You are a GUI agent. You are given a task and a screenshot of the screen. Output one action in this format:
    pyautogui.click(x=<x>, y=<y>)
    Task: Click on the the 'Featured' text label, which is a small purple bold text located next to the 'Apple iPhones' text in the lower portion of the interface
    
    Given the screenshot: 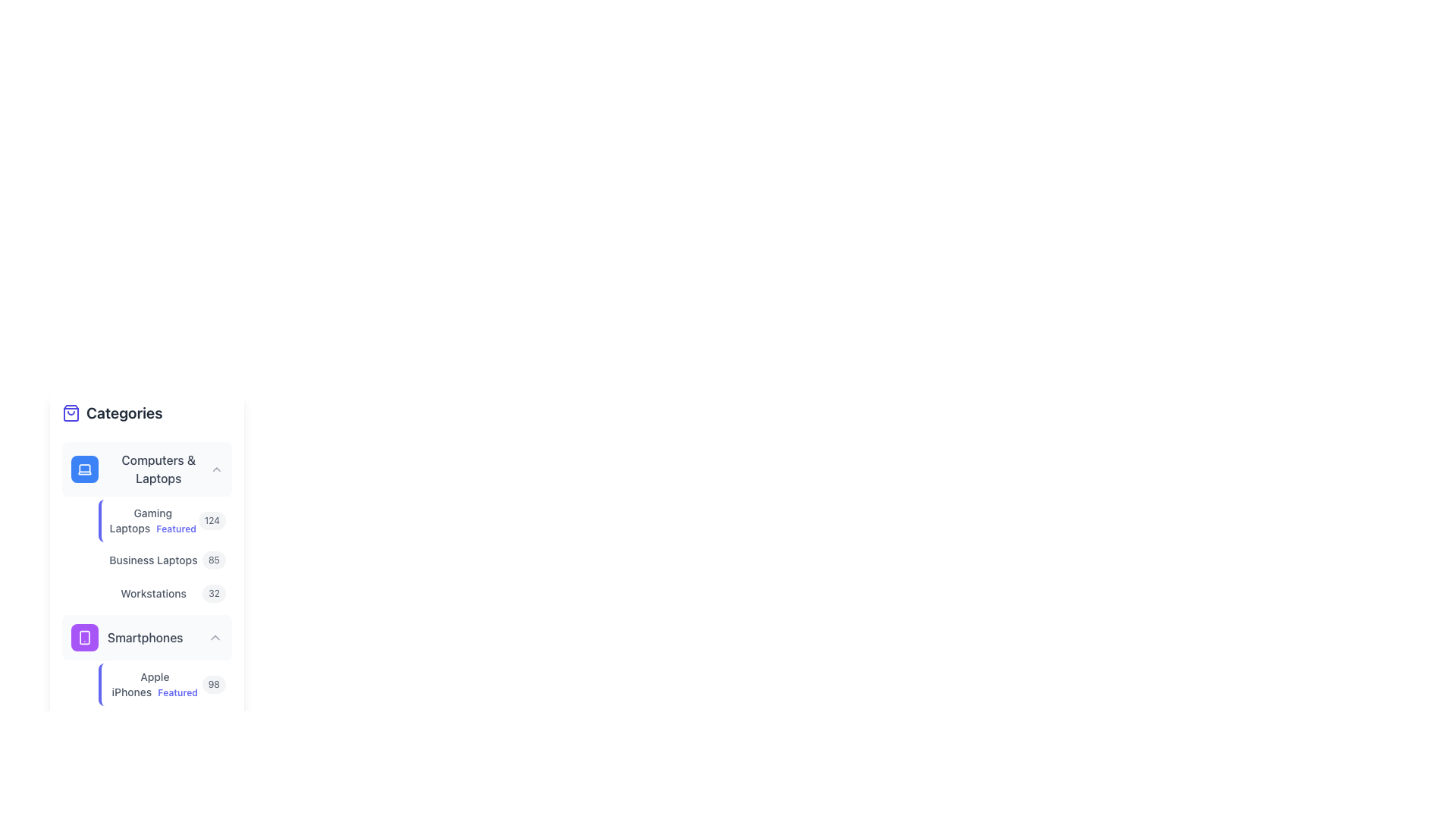 What is the action you would take?
    pyautogui.click(x=177, y=692)
    